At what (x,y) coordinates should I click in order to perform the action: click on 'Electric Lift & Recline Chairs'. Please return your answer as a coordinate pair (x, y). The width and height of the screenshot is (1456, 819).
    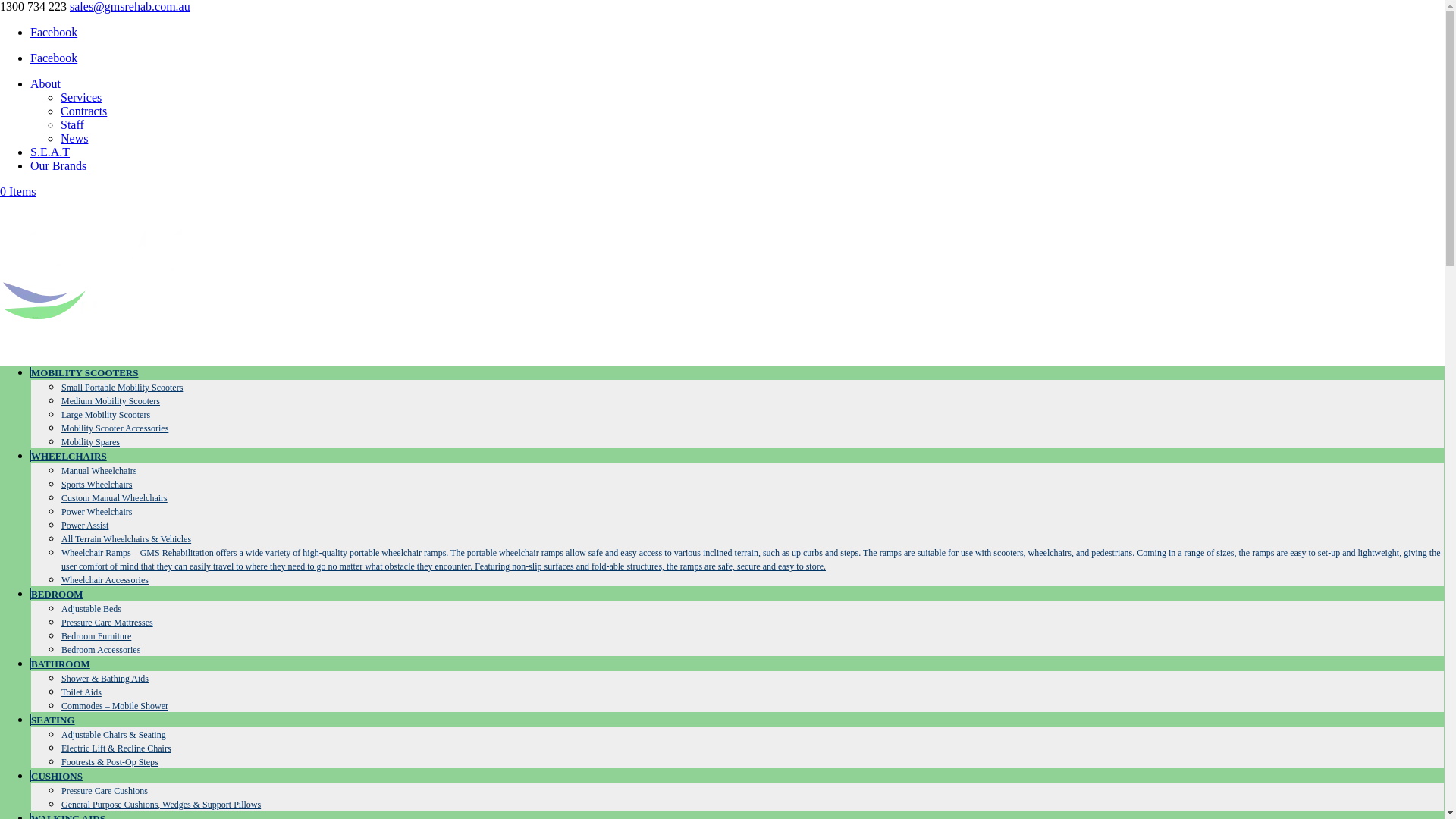
    Looking at the image, I should click on (115, 748).